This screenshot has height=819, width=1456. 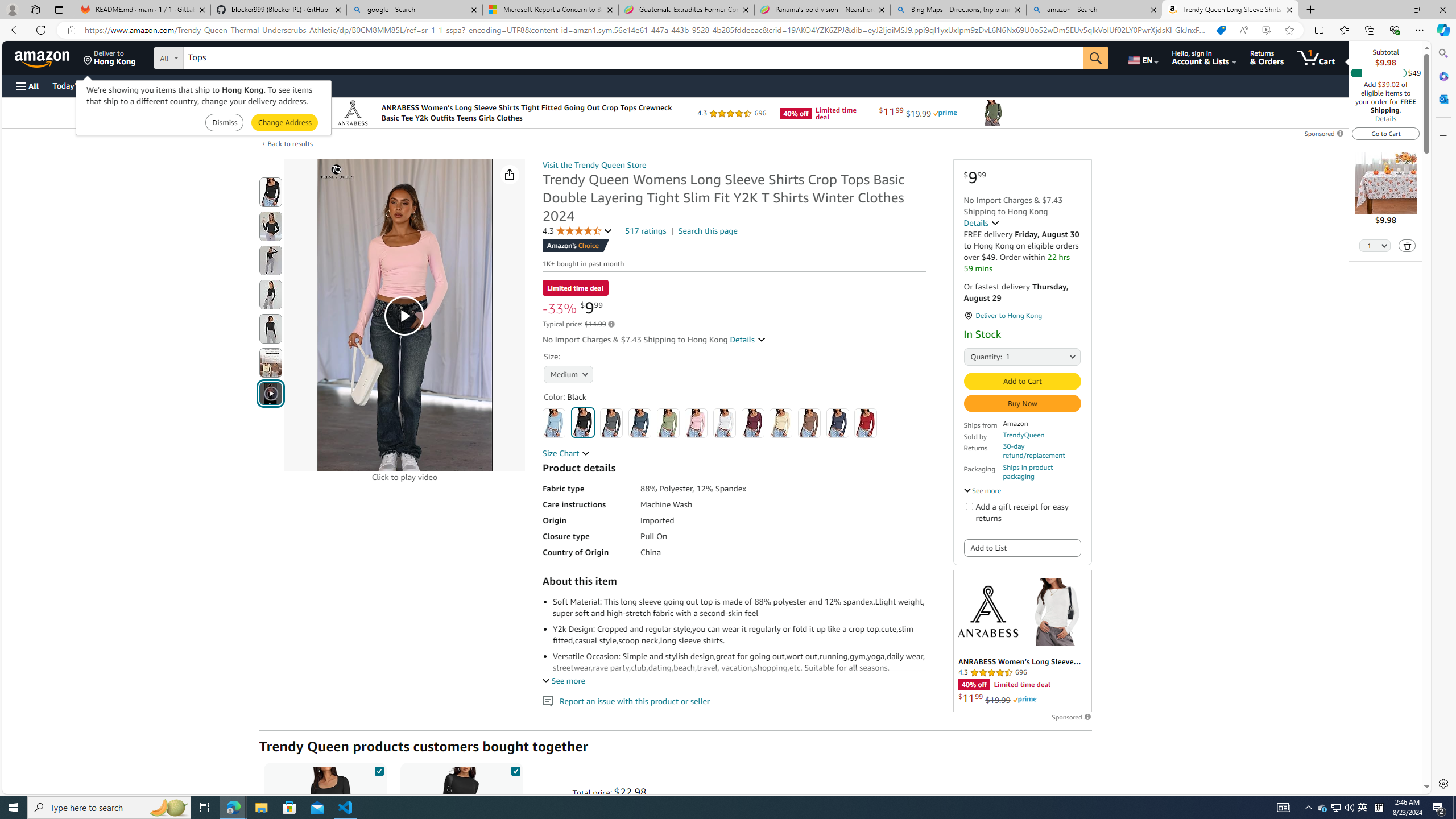 I want to click on 'Apricot', so click(x=781, y=422).